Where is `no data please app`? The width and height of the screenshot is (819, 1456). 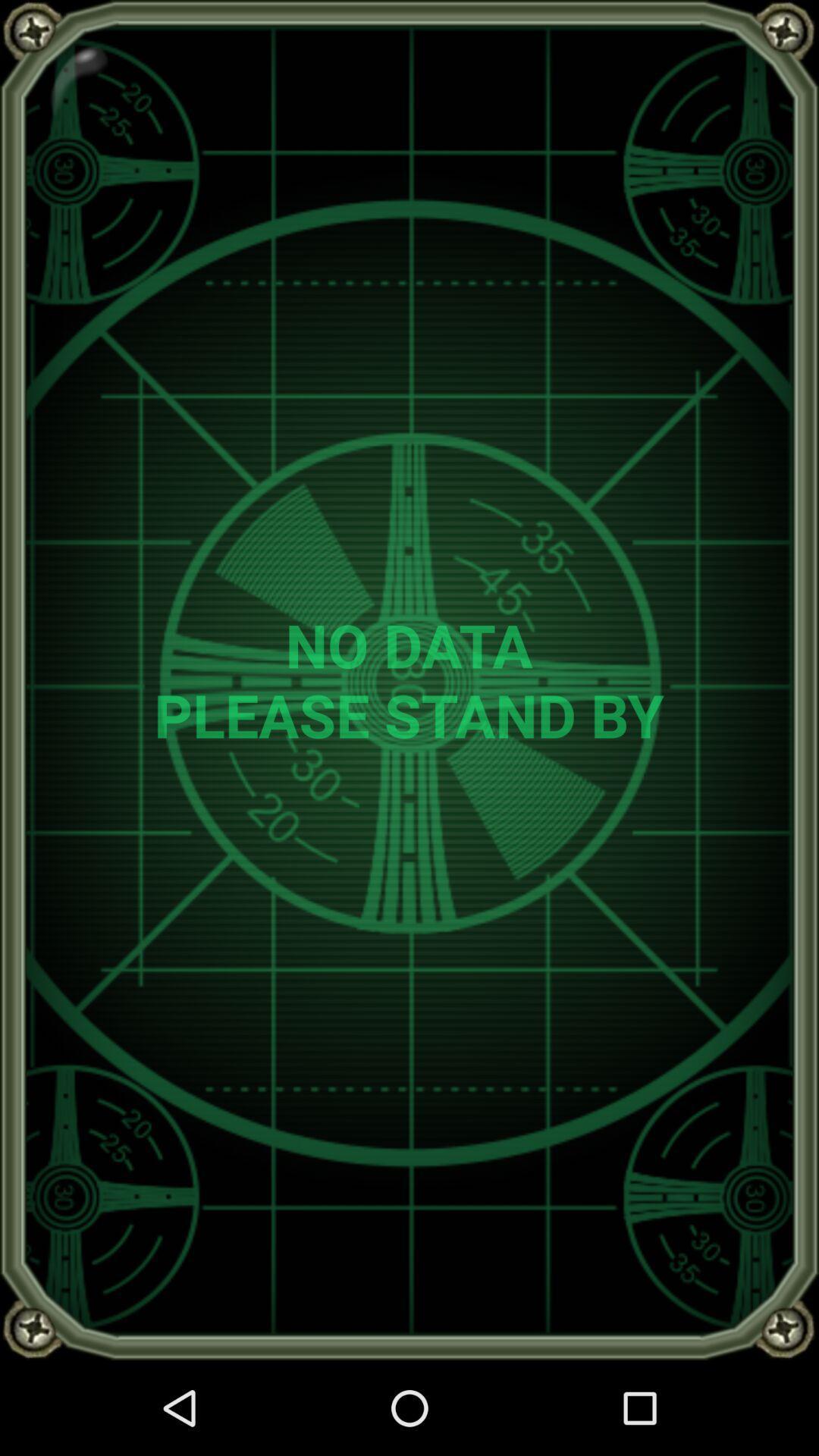 no data please app is located at coordinates (408, 679).